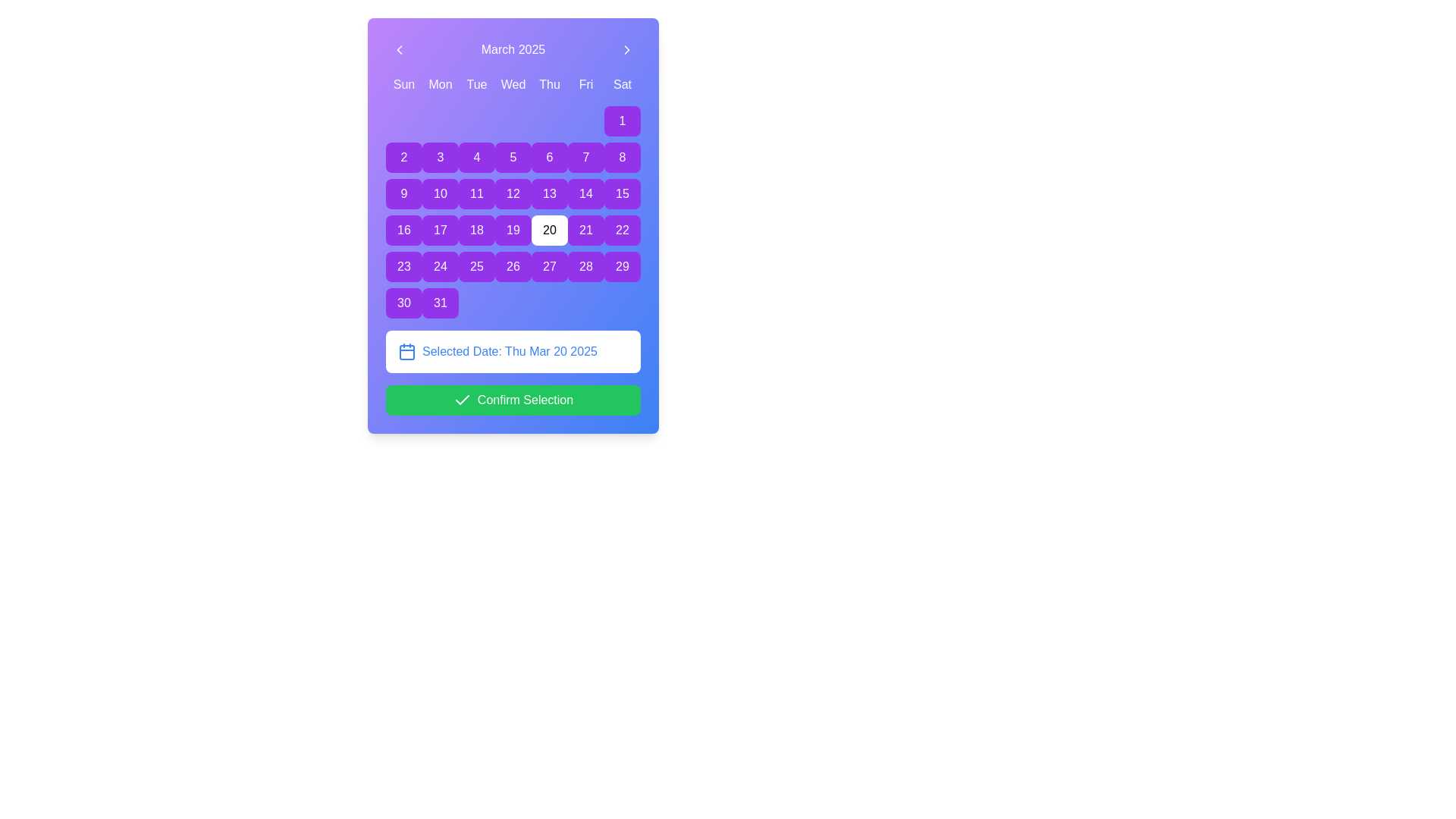  I want to click on the button representing the date '14' in the calendar view, so click(585, 193).